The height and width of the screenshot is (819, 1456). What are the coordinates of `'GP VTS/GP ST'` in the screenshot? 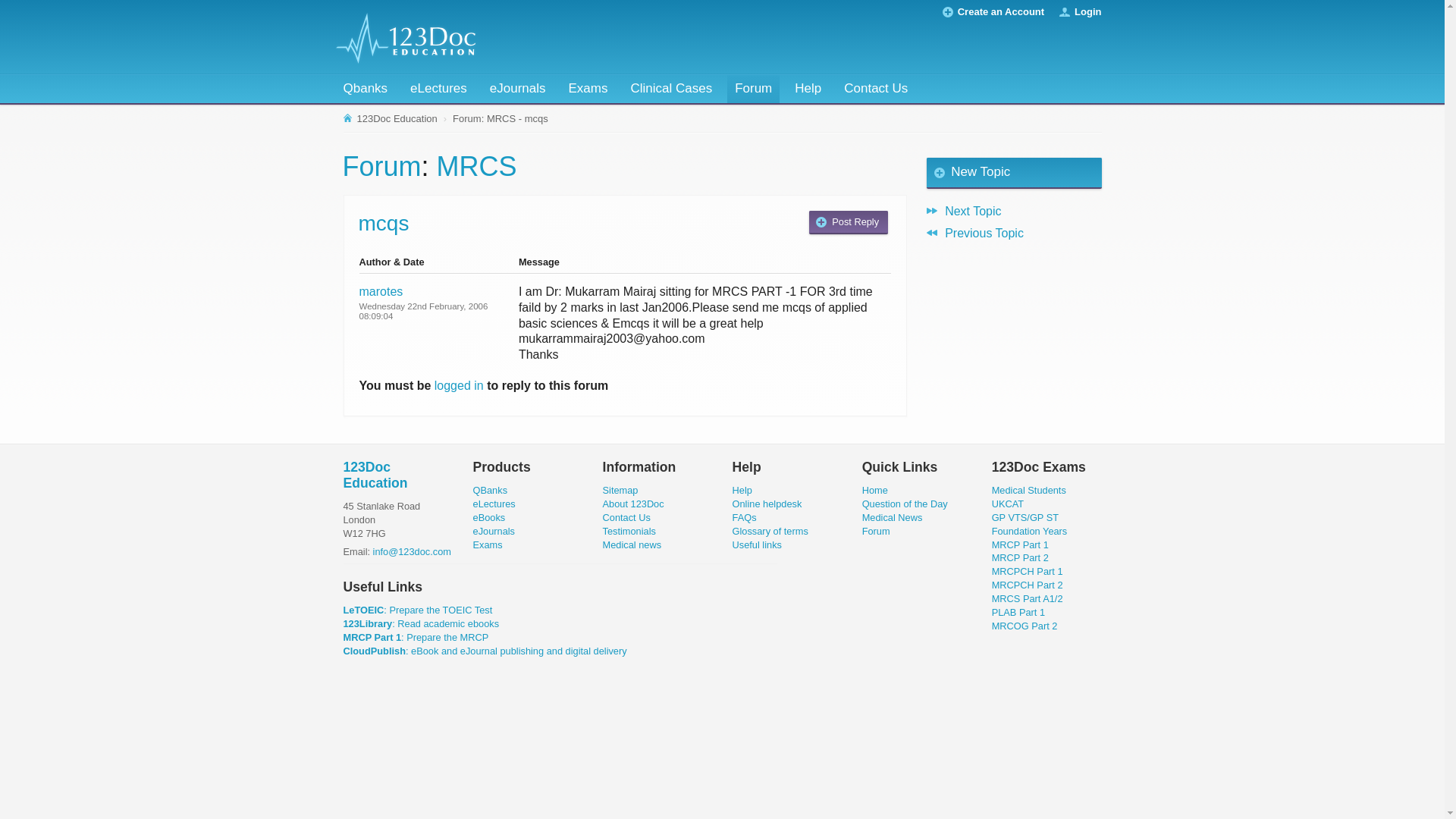 It's located at (992, 516).